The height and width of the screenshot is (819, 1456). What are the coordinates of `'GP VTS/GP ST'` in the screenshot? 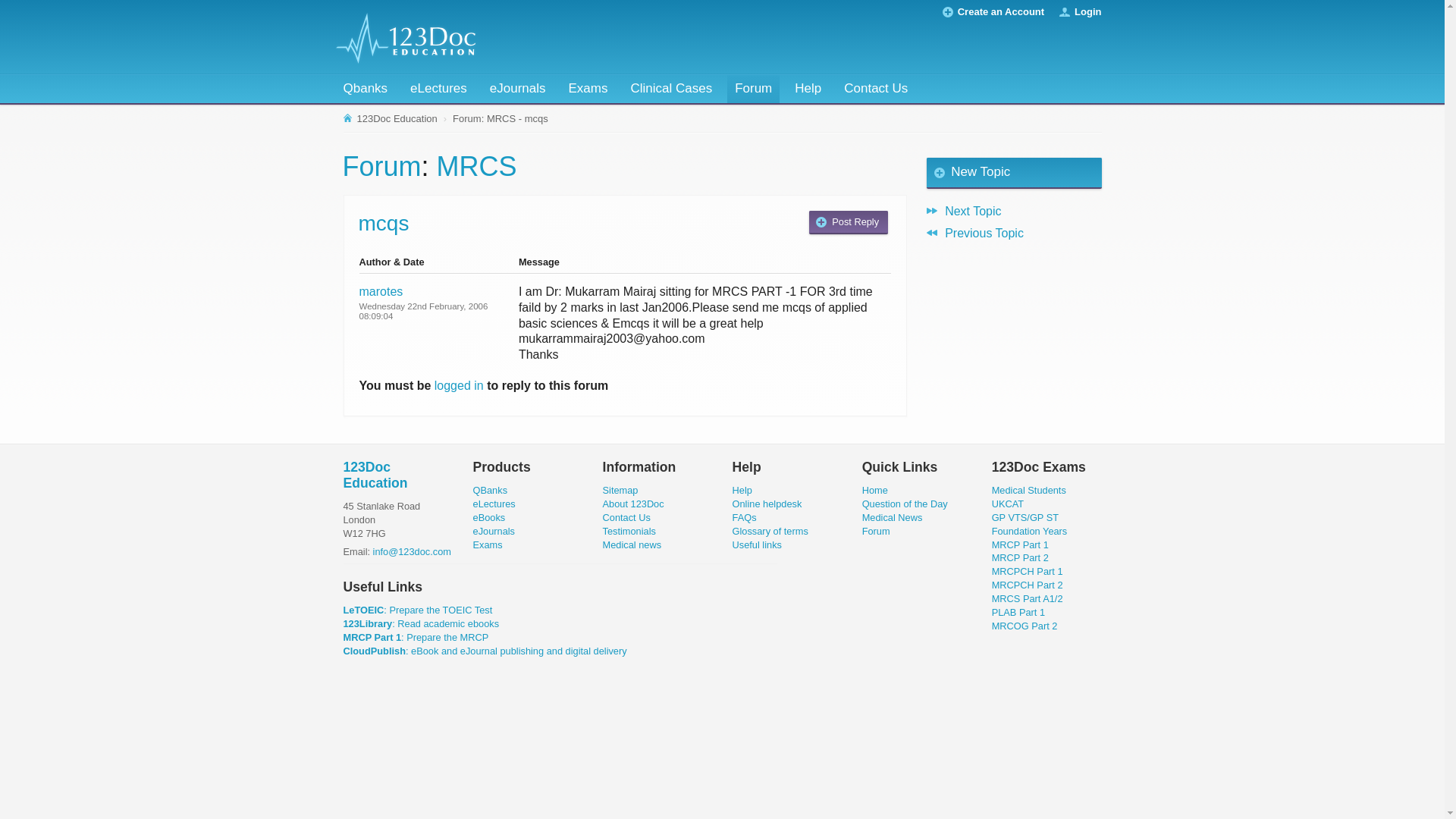 It's located at (992, 516).